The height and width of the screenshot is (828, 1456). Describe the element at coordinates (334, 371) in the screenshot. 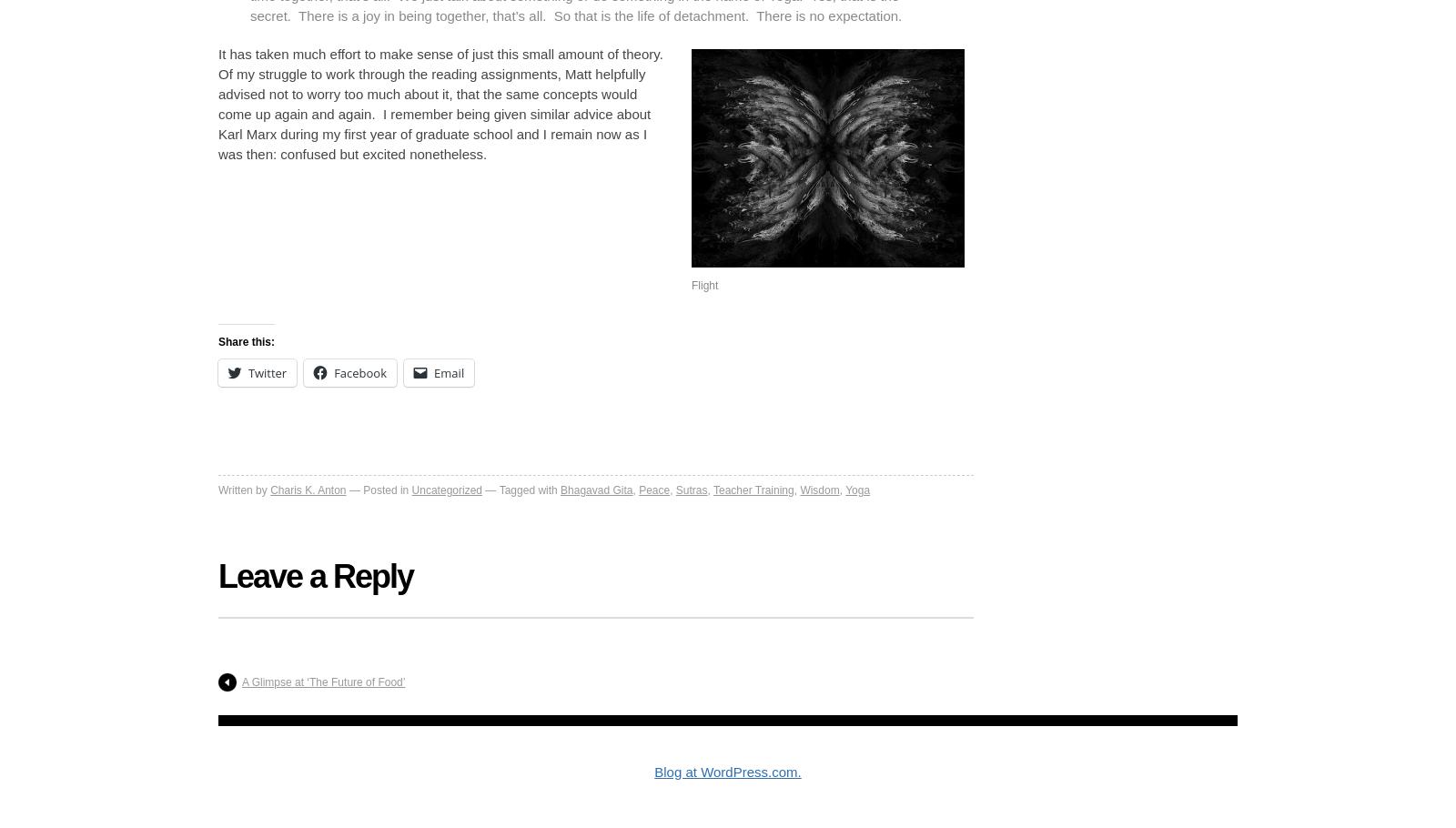

I see `'Facebook'` at that location.